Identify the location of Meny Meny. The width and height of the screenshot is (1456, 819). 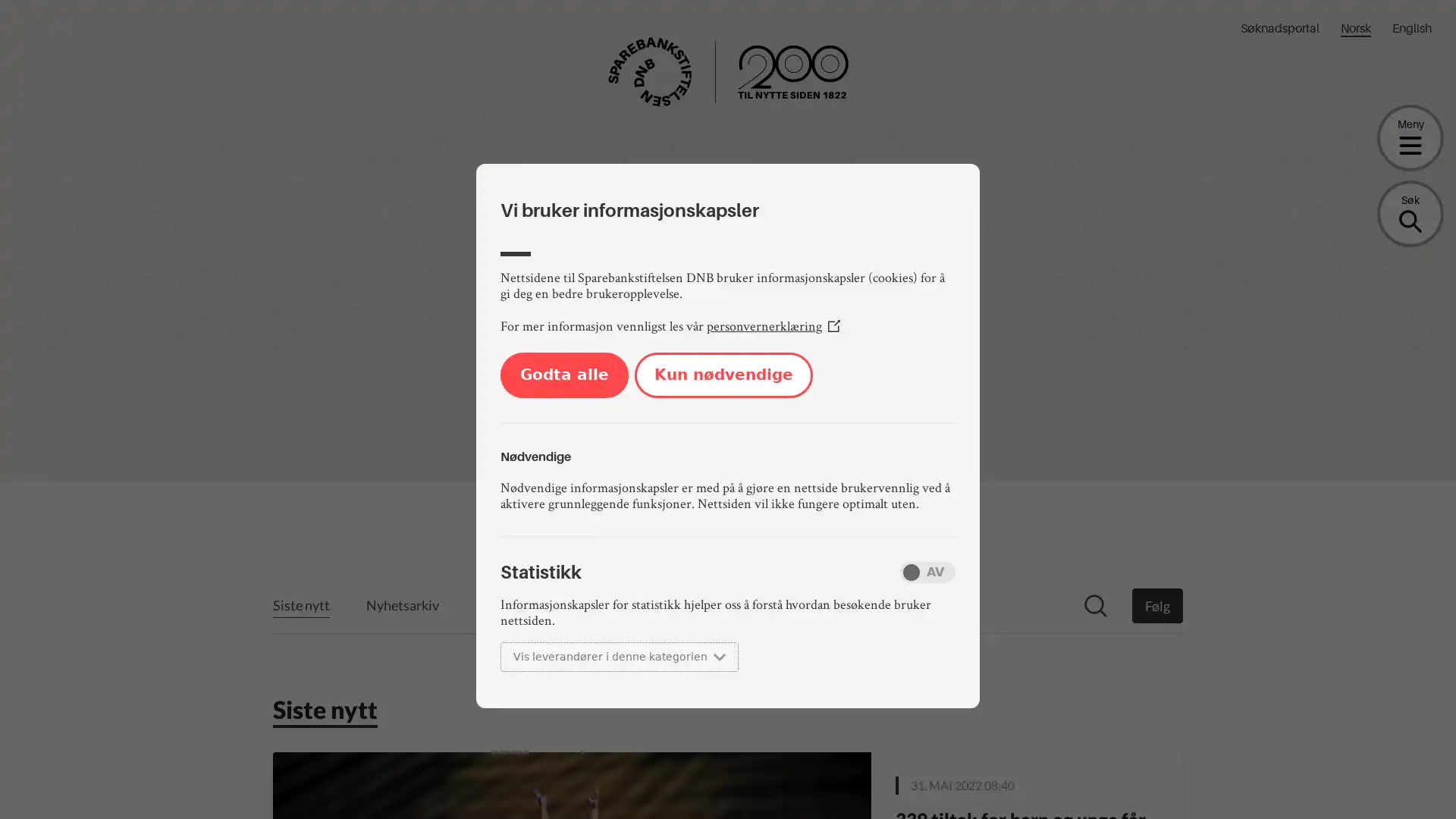
(1410, 137).